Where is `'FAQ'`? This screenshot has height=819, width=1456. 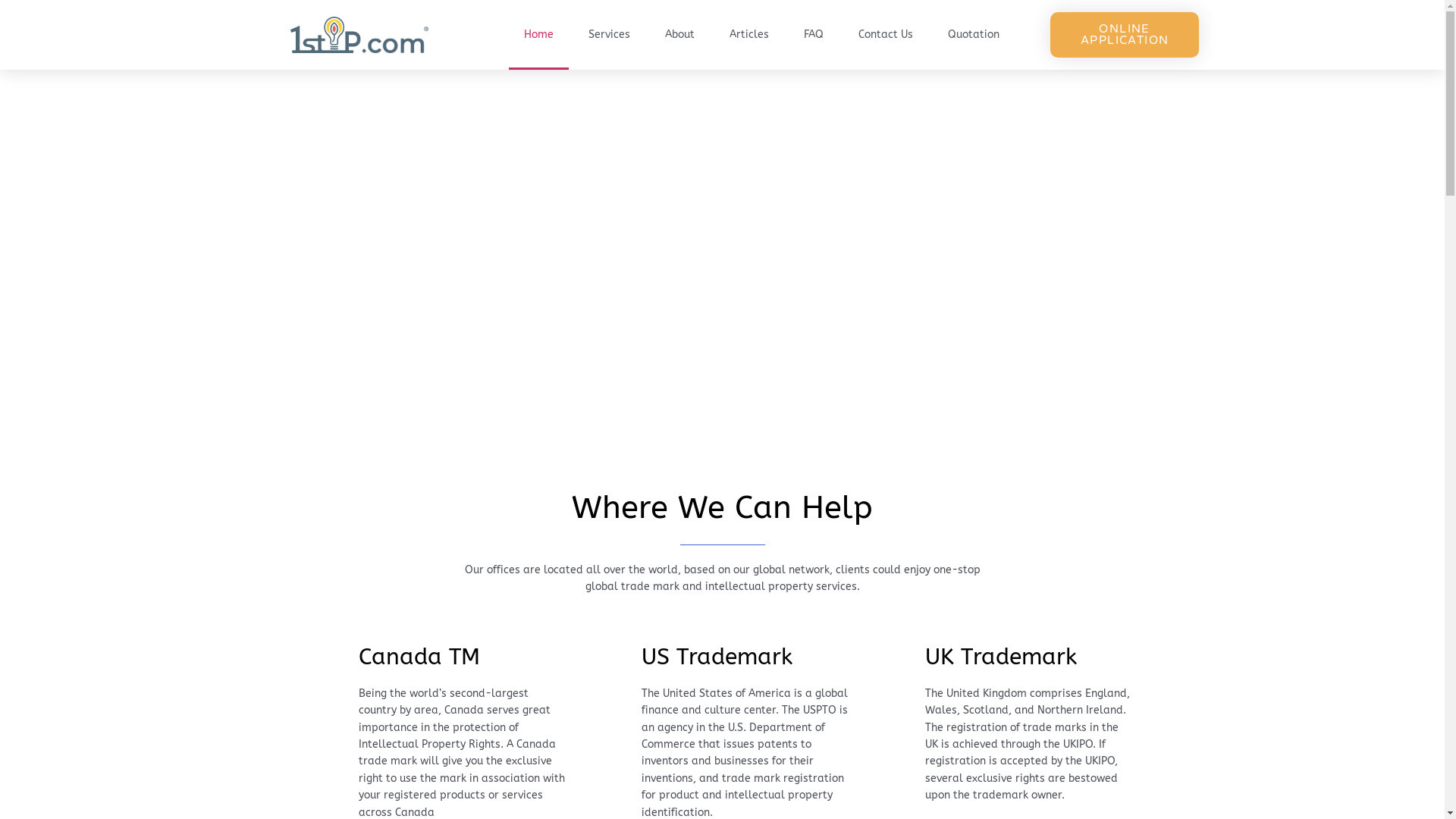
'FAQ' is located at coordinates (813, 34).